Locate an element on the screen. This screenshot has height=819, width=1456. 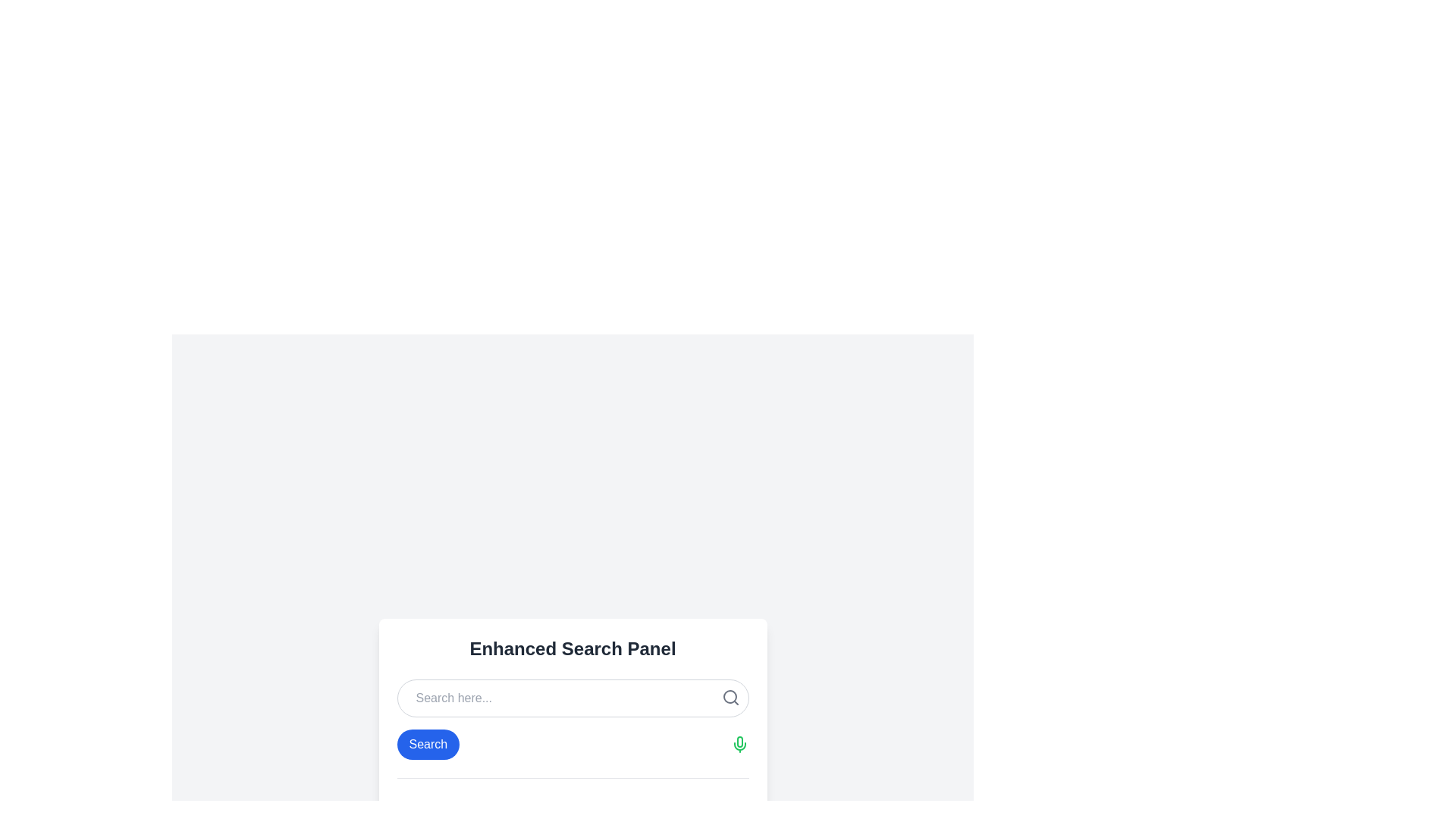
the text input field with a search icon located in the Enhanced Search Panel to bring the cursor for typing is located at coordinates (572, 698).